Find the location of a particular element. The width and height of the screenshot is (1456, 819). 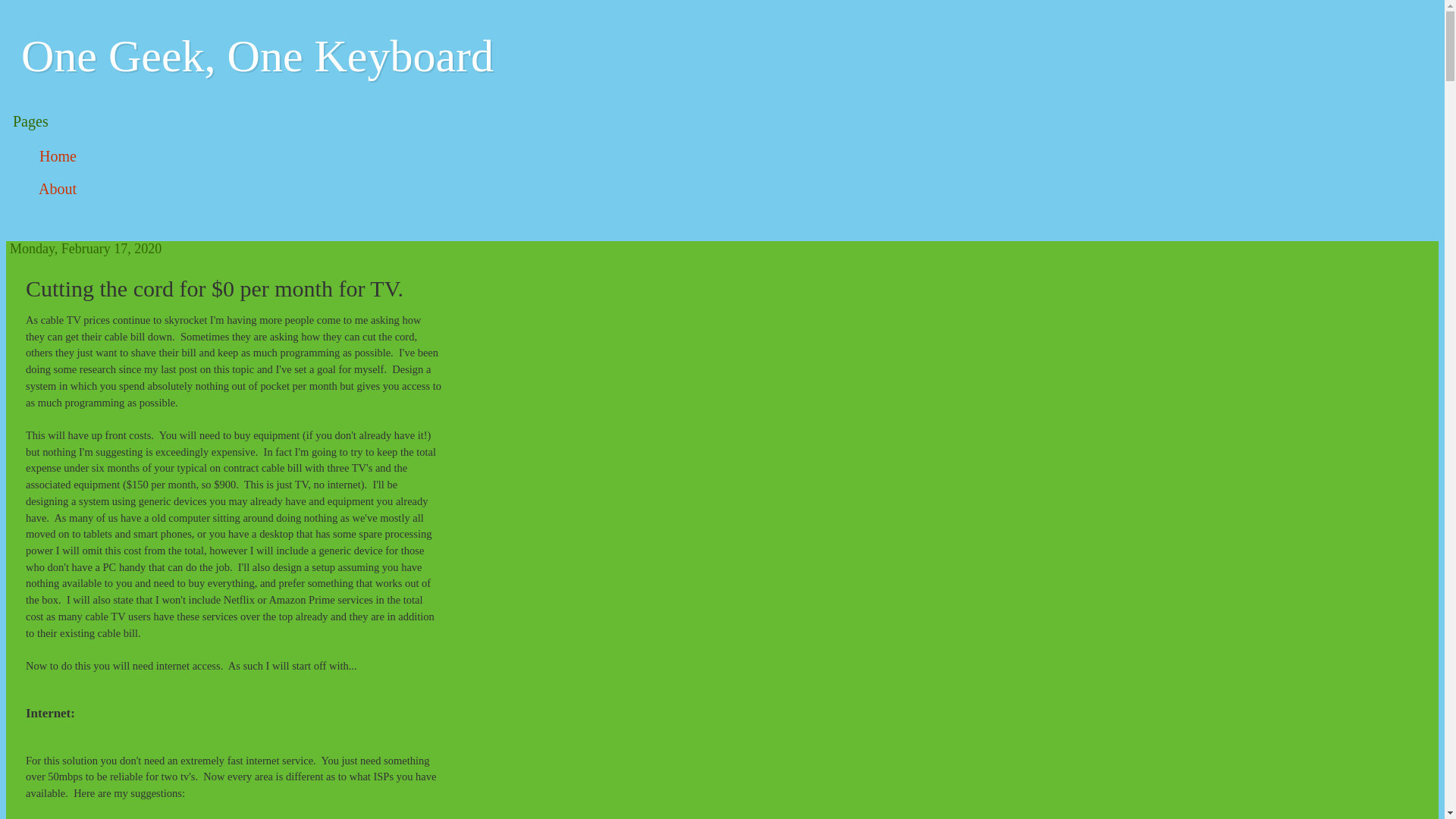

'One Geek, One Keyboard' is located at coordinates (257, 55).